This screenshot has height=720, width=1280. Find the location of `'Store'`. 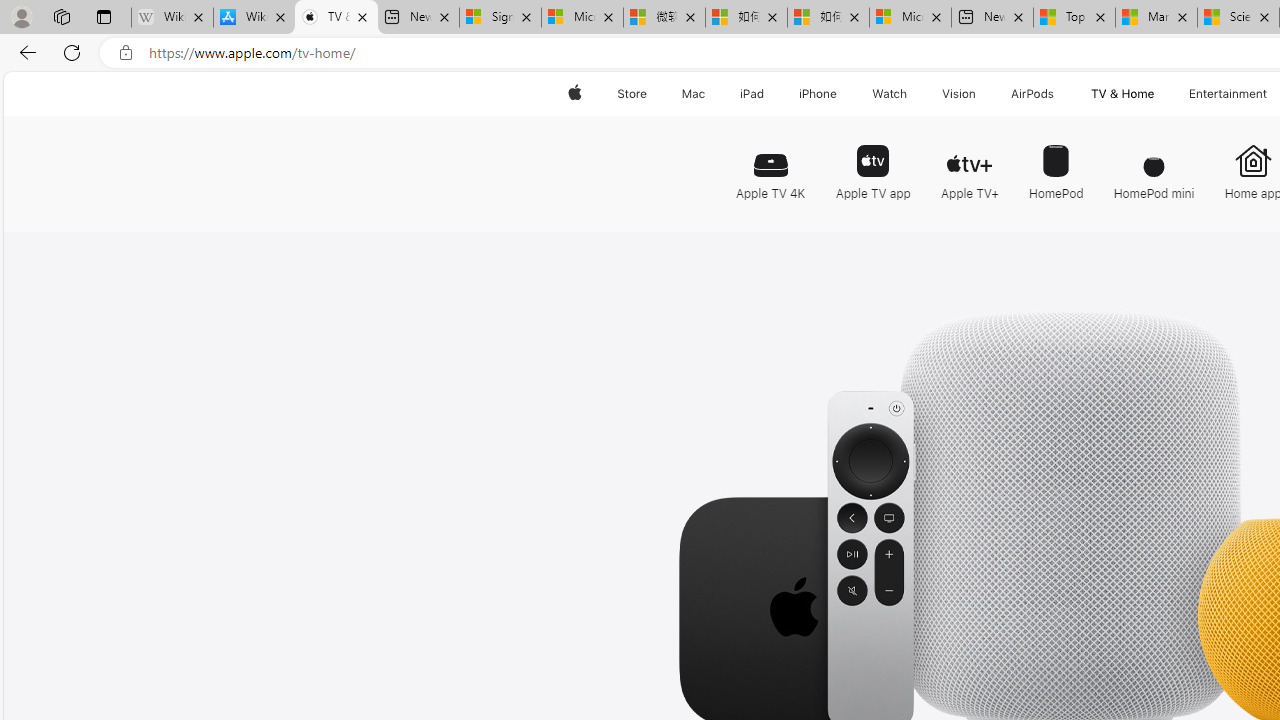

'Store' is located at coordinates (630, 93).